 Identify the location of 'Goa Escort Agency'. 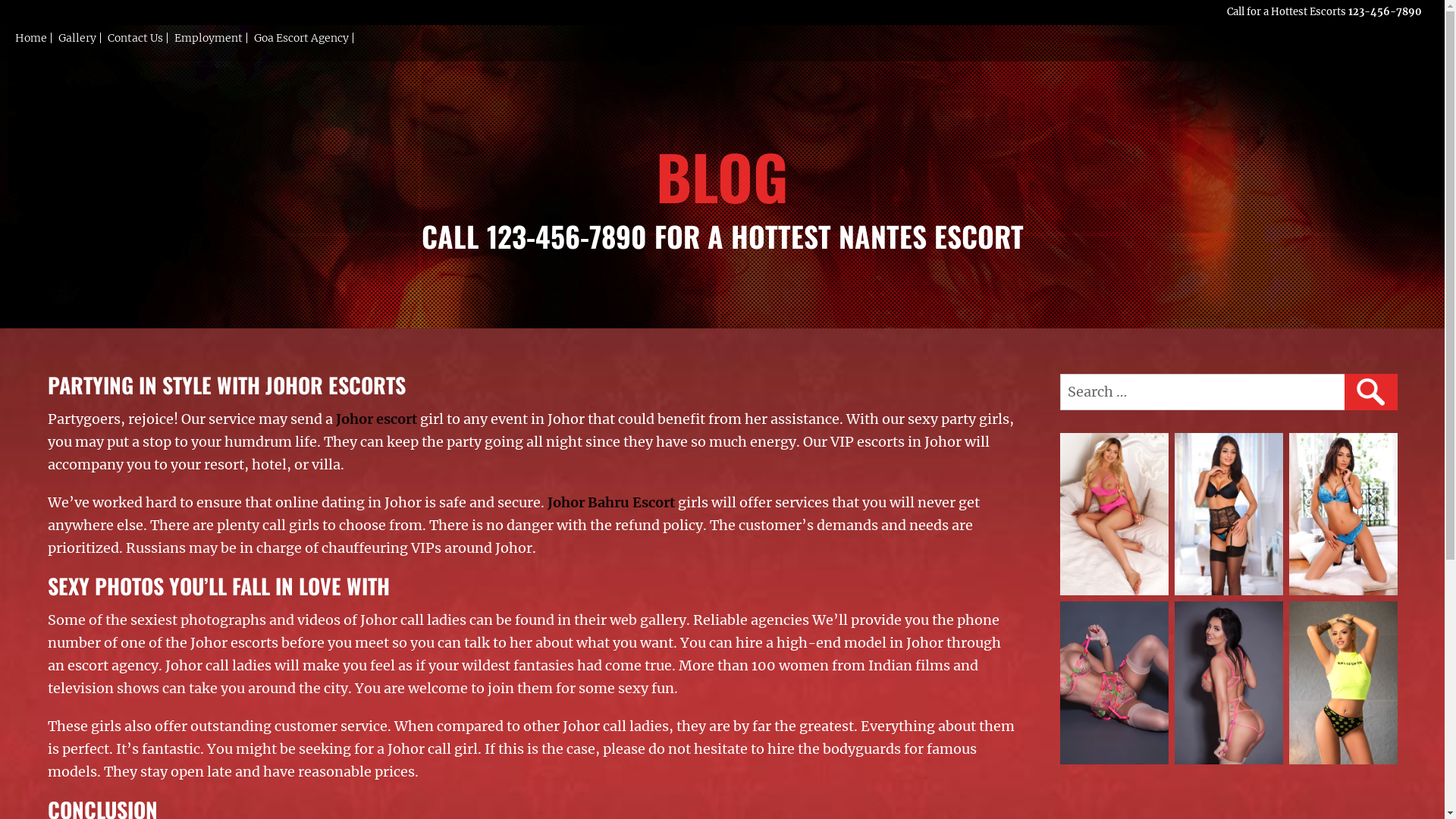
(302, 37).